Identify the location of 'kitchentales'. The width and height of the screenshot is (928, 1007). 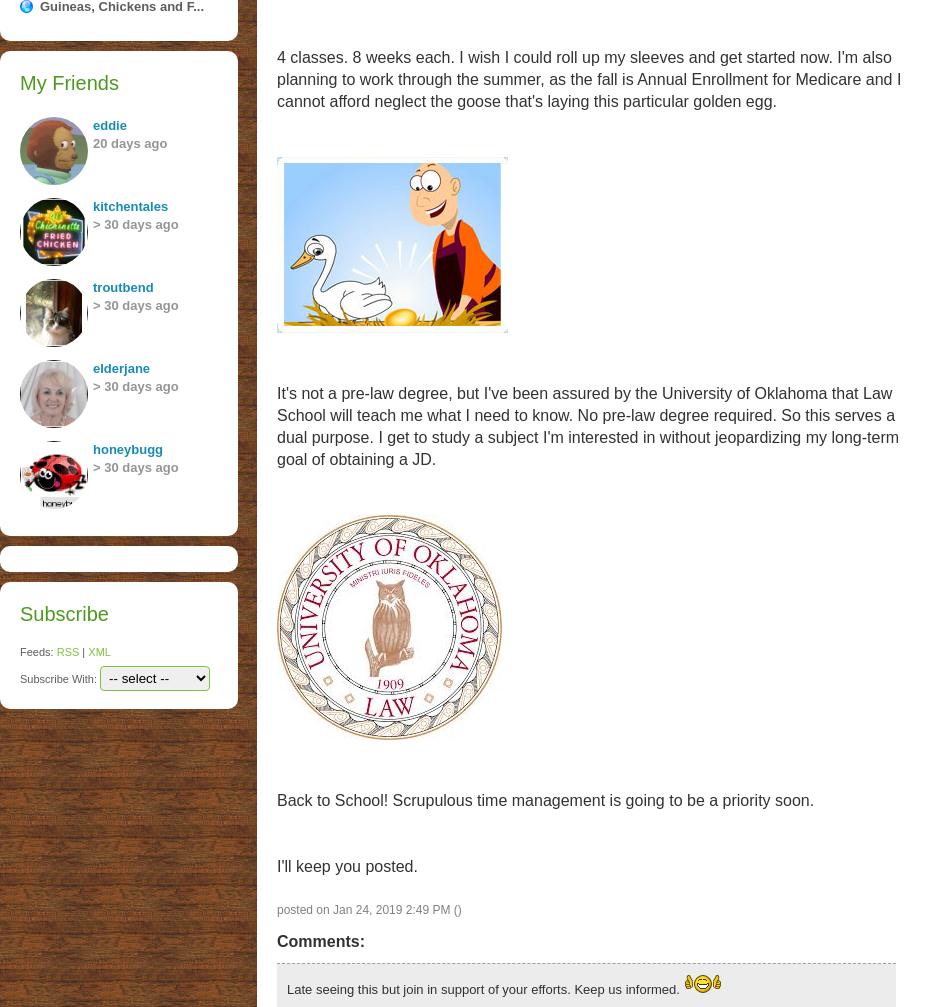
(130, 206).